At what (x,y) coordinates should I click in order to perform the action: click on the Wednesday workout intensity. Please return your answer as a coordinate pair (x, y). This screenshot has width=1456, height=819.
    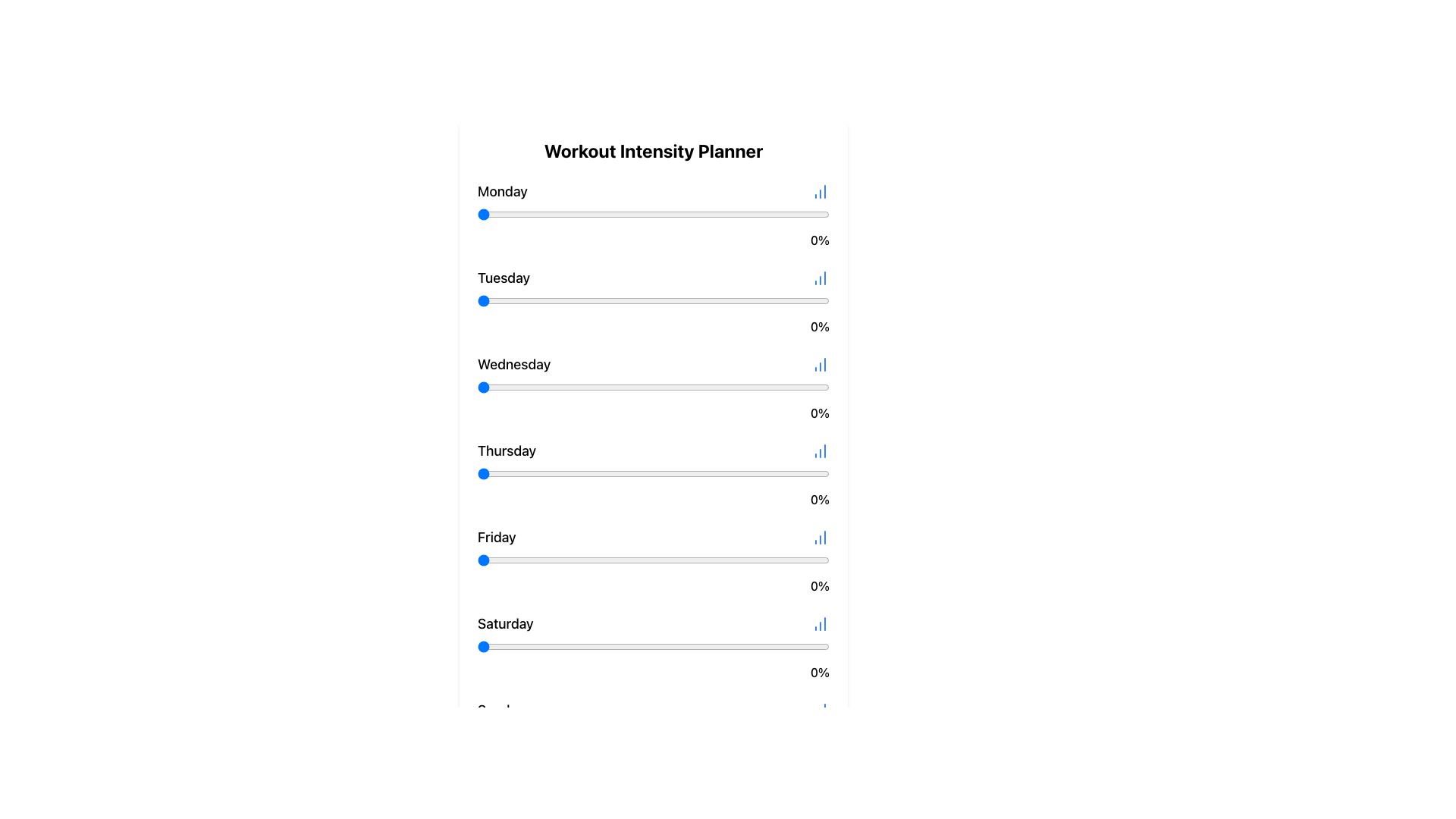
    Looking at the image, I should click on (572, 386).